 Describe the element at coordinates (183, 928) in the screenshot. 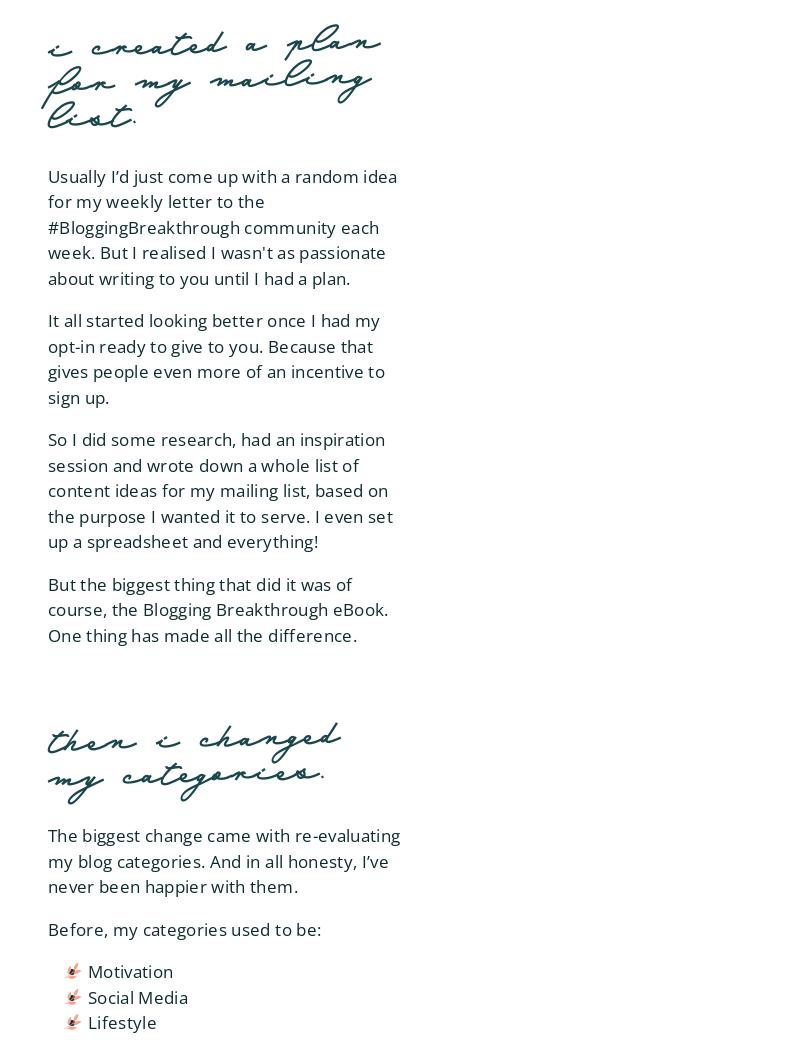

I see `'Before, my categories used to be:'` at that location.